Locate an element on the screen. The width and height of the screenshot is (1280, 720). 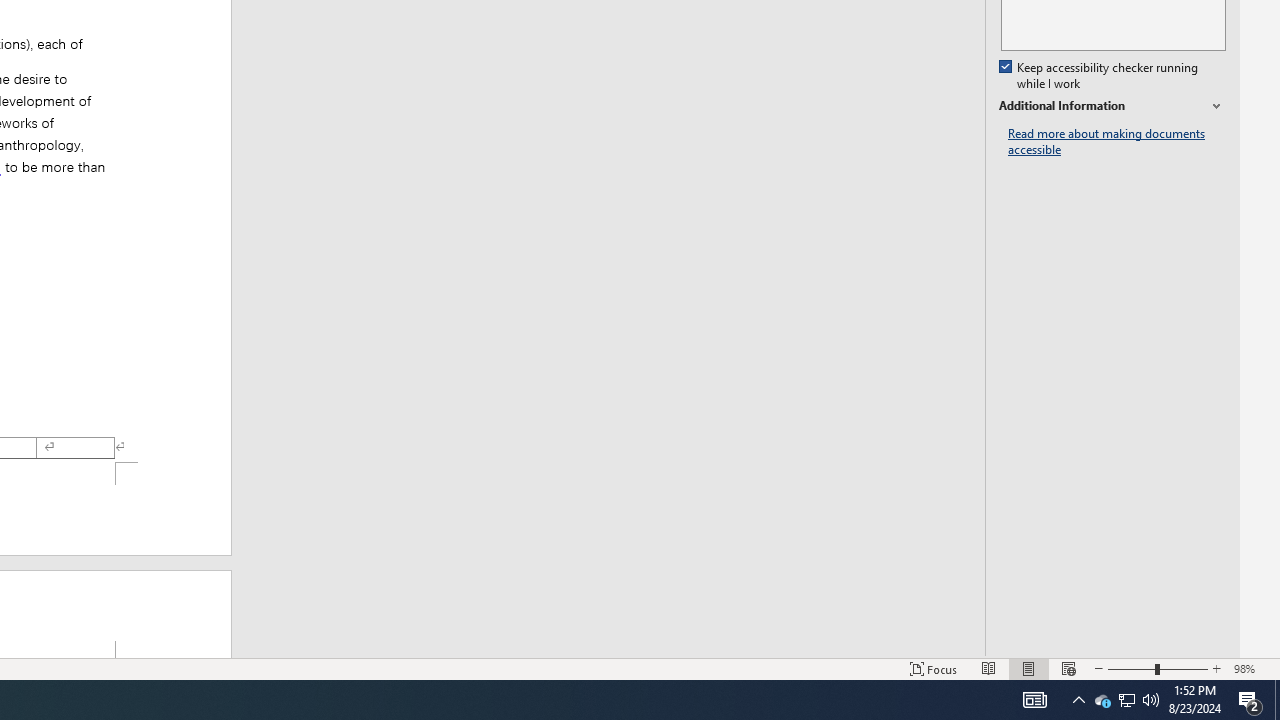
'Keep accessibility checker running while I work' is located at coordinates (1099, 75).